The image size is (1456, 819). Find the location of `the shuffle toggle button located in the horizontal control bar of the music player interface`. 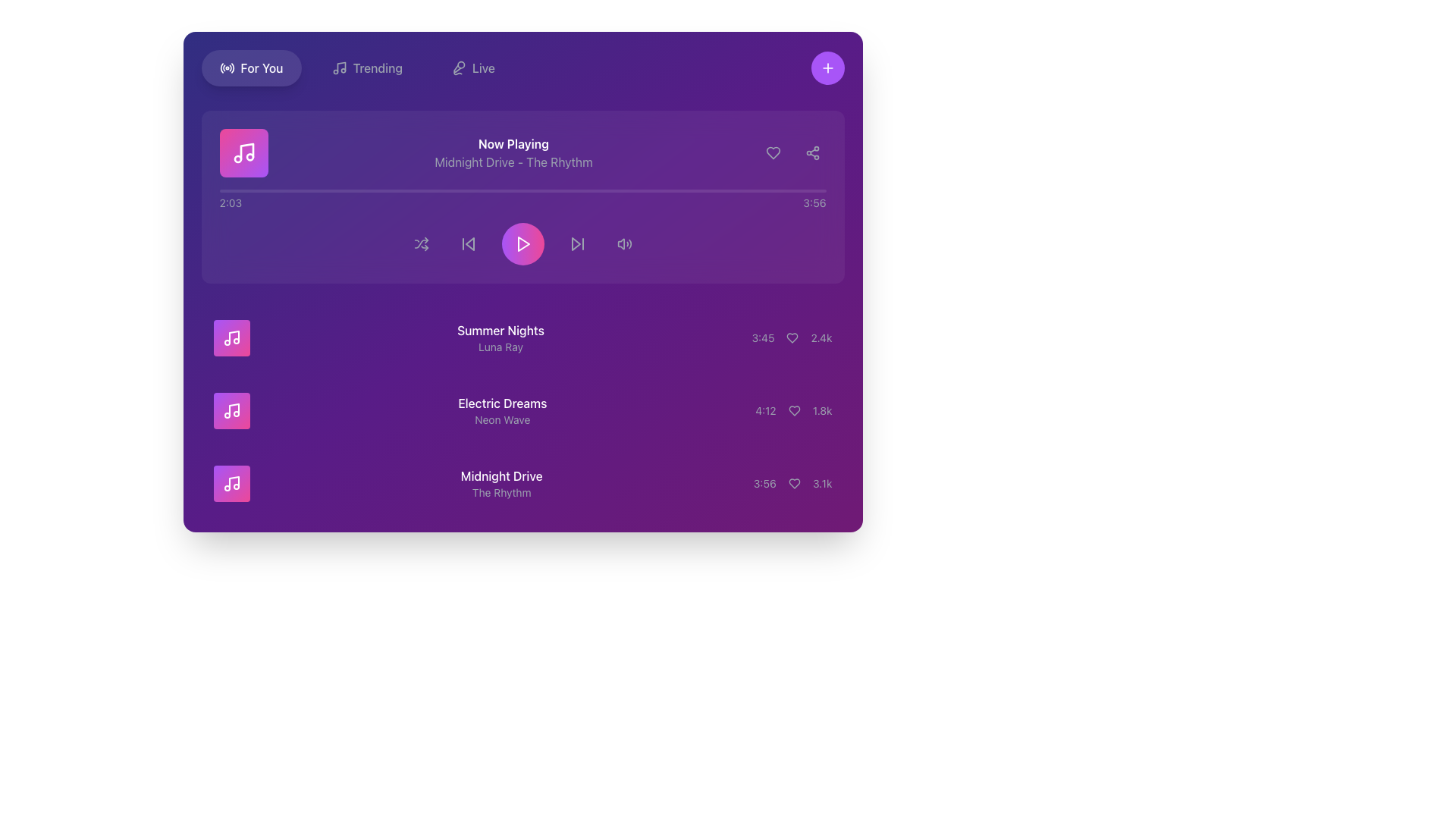

the shuffle toggle button located in the horizontal control bar of the music player interface is located at coordinates (421, 243).